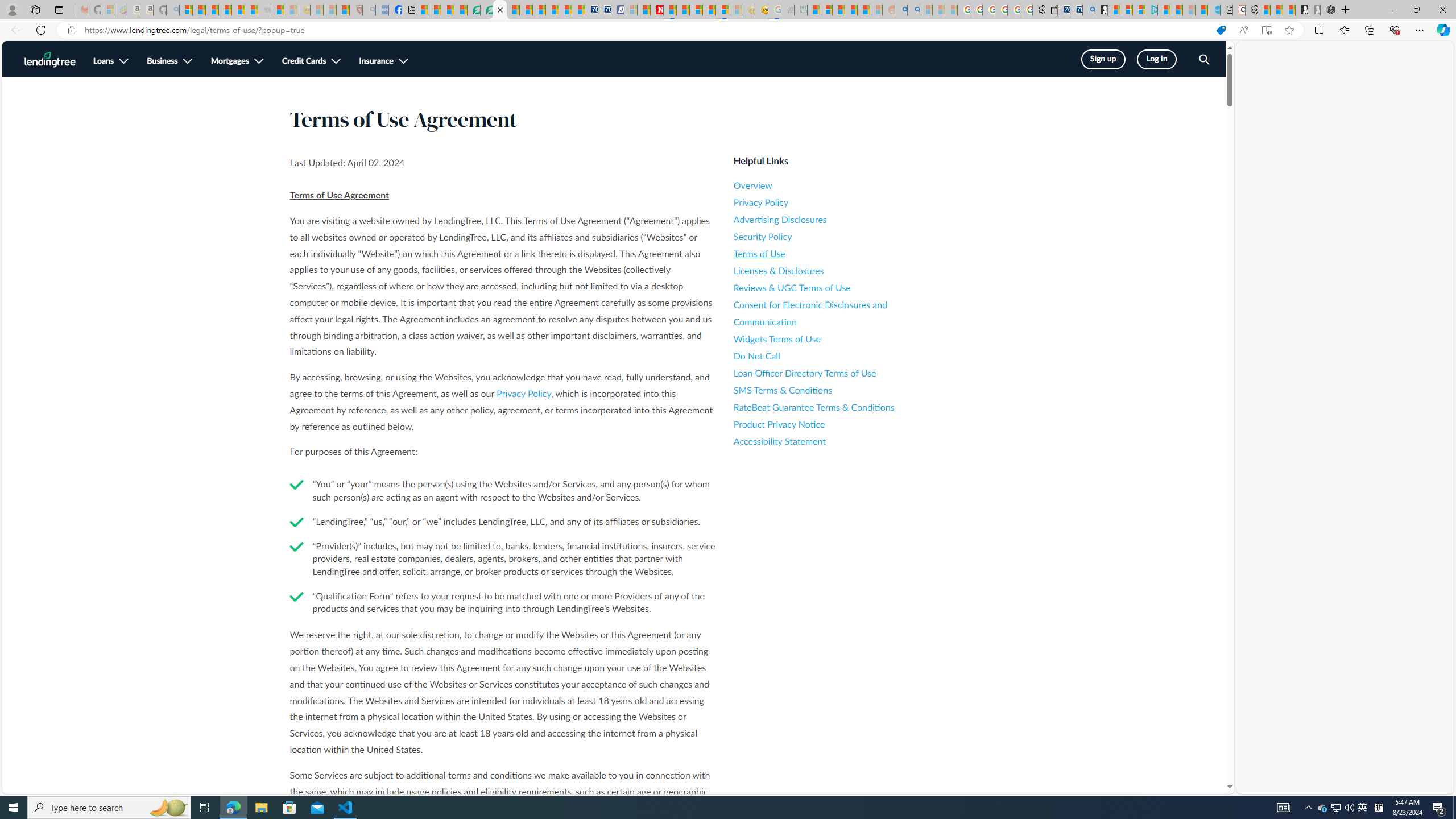 Image resolution: width=1456 pixels, height=819 pixels. Describe the element at coordinates (49, 59) in the screenshot. I see `'LendingTree Homepage Logo'` at that location.